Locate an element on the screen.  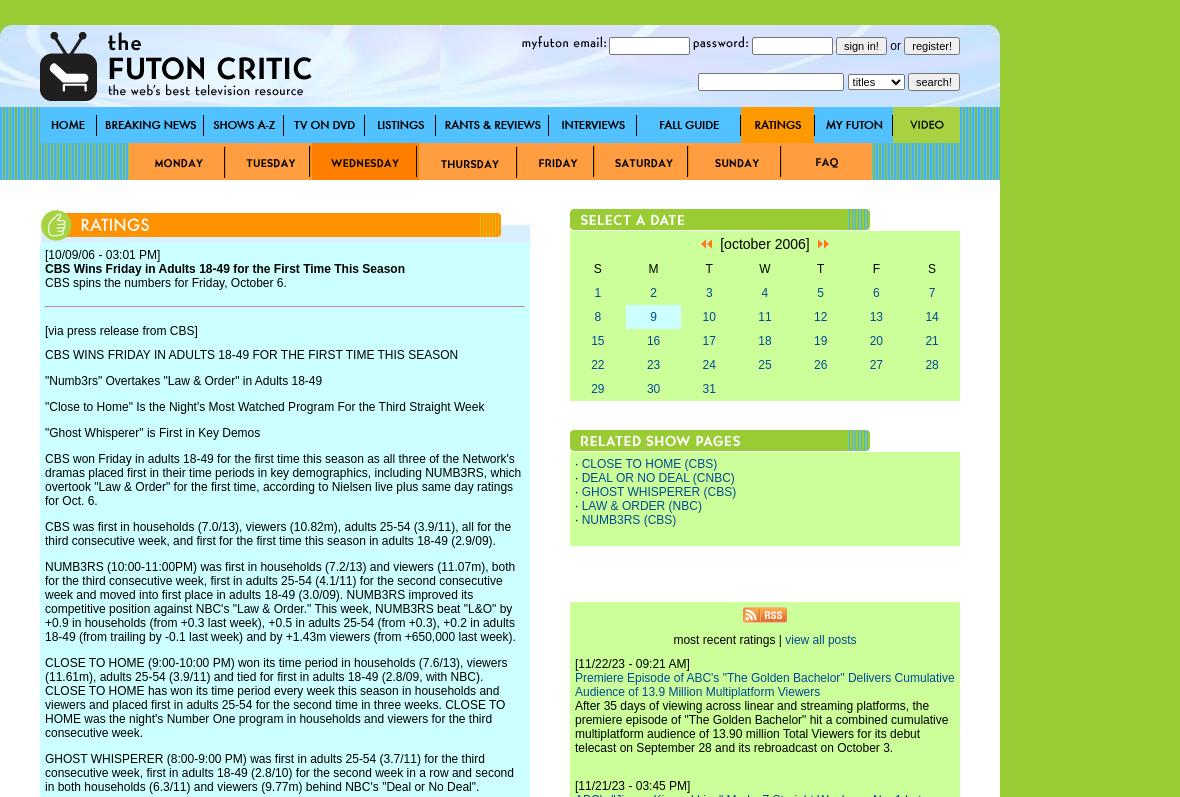
'13' is located at coordinates (876, 315).